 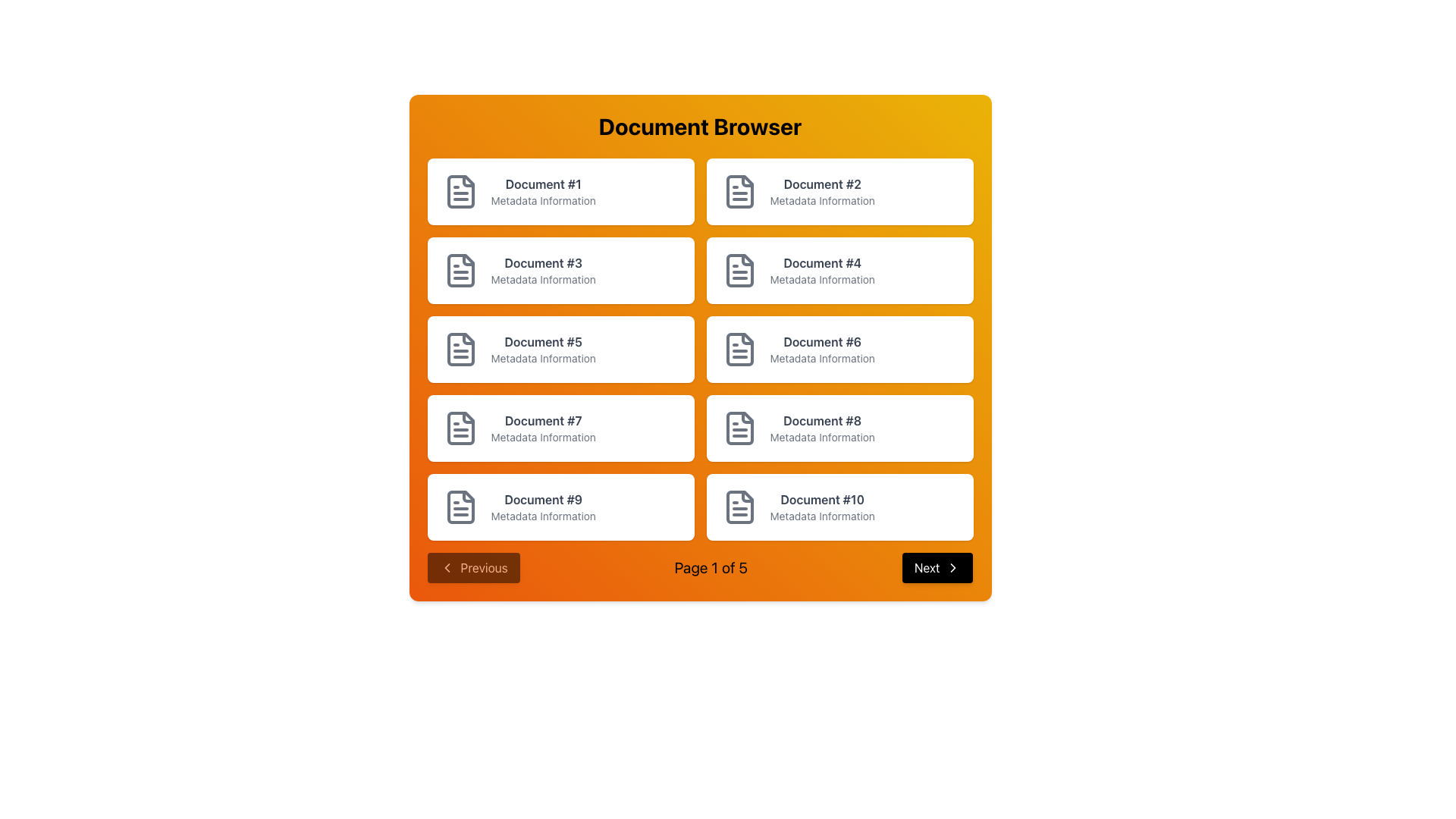 What do you see at coordinates (739, 270) in the screenshot?
I see `the file icon in the second column of the second row within the 'Document Browser' grid layout, which symbolizes file-related content` at bounding box center [739, 270].